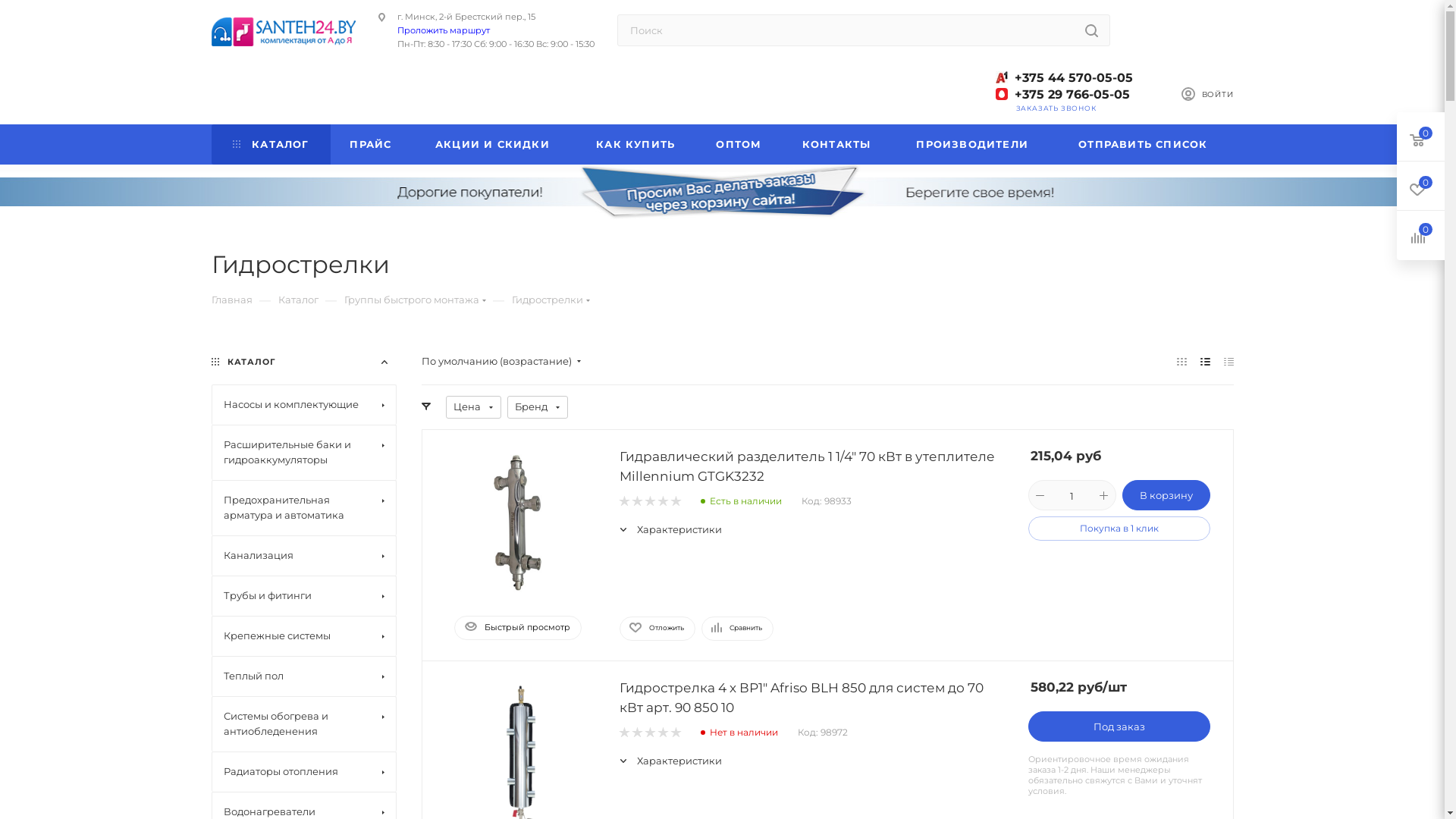 The width and height of the screenshot is (1456, 819). Describe the element at coordinates (1073, 90) in the screenshot. I see `'+375 44 570-05-05'` at that location.